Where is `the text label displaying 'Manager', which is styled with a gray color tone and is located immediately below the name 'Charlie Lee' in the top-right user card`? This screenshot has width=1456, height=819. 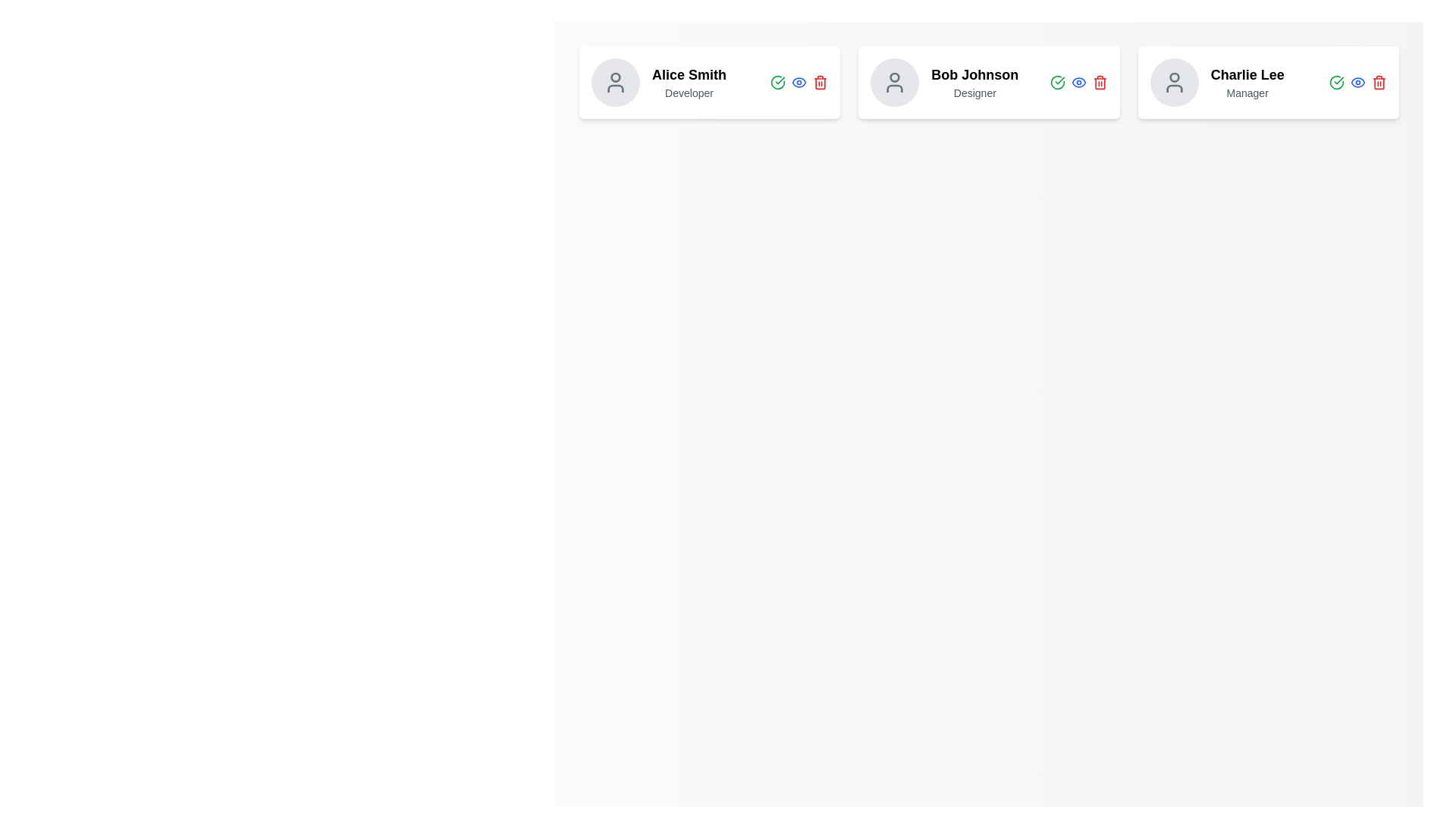
the text label displaying 'Manager', which is styled with a gray color tone and is located immediately below the name 'Charlie Lee' in the top-right user card is located at coordinates (1247, 93).